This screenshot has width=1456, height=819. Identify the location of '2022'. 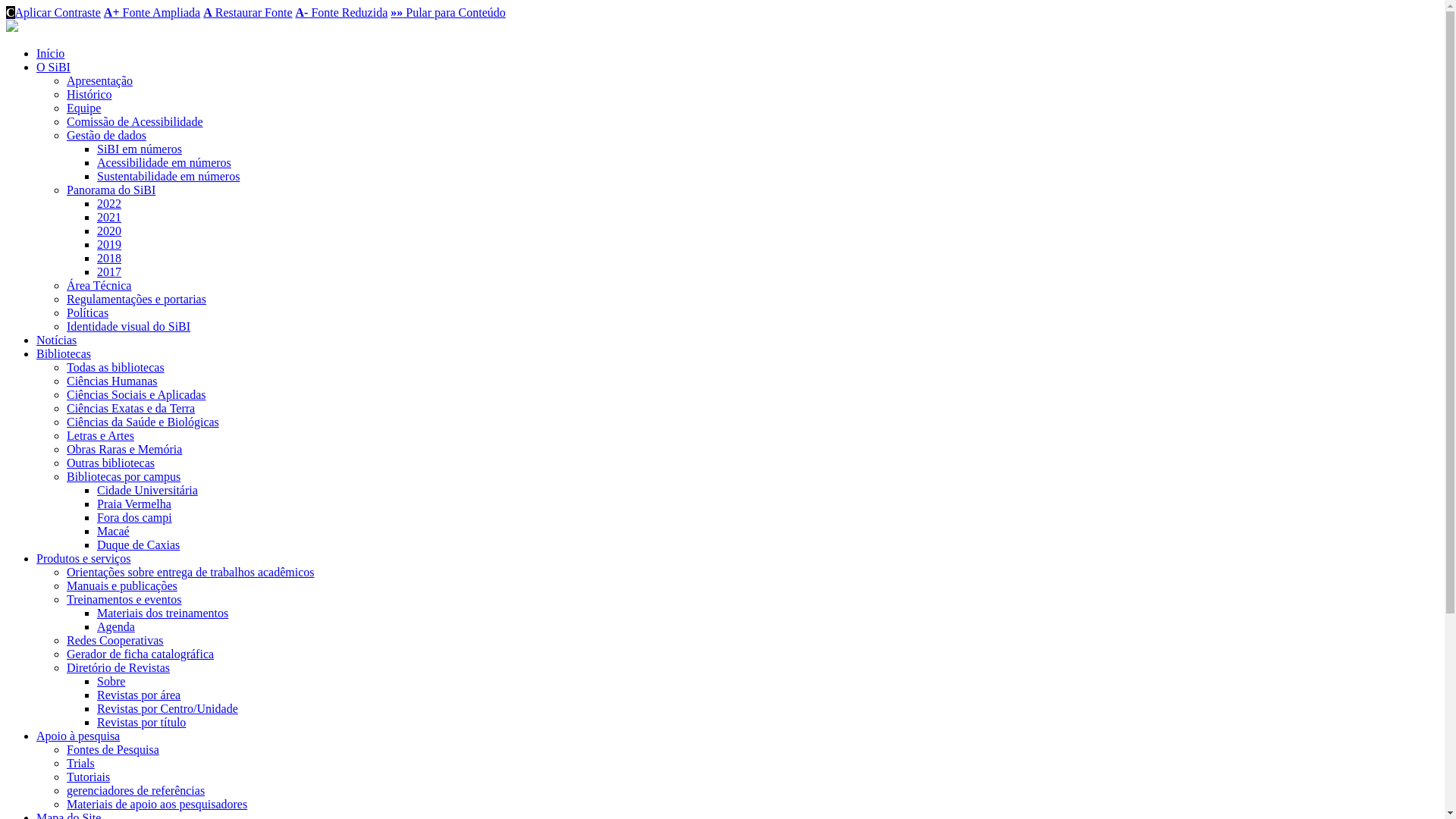
(108, 202).